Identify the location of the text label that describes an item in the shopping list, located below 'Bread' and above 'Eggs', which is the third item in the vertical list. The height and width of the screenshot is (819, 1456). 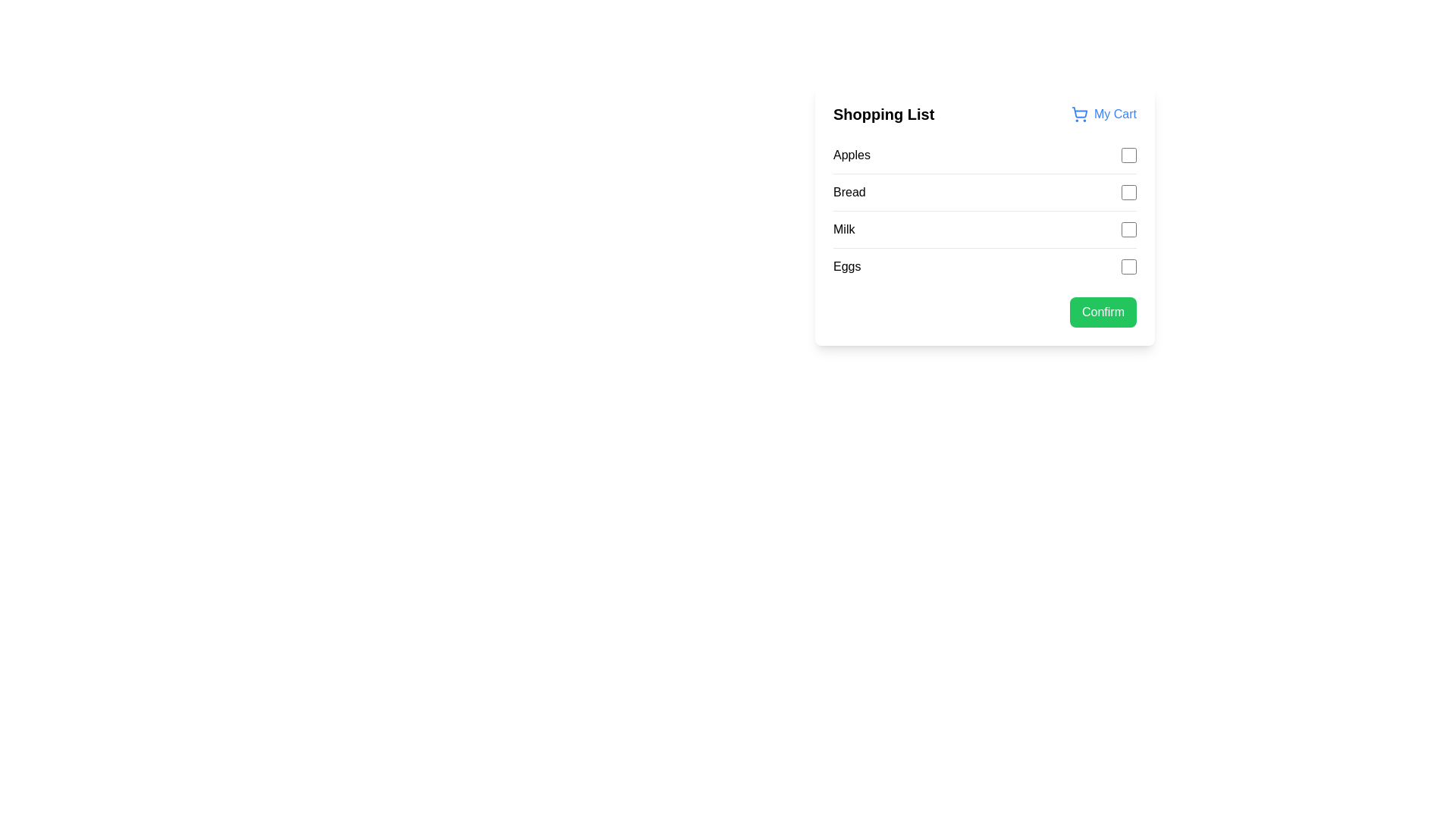
(843, 230).